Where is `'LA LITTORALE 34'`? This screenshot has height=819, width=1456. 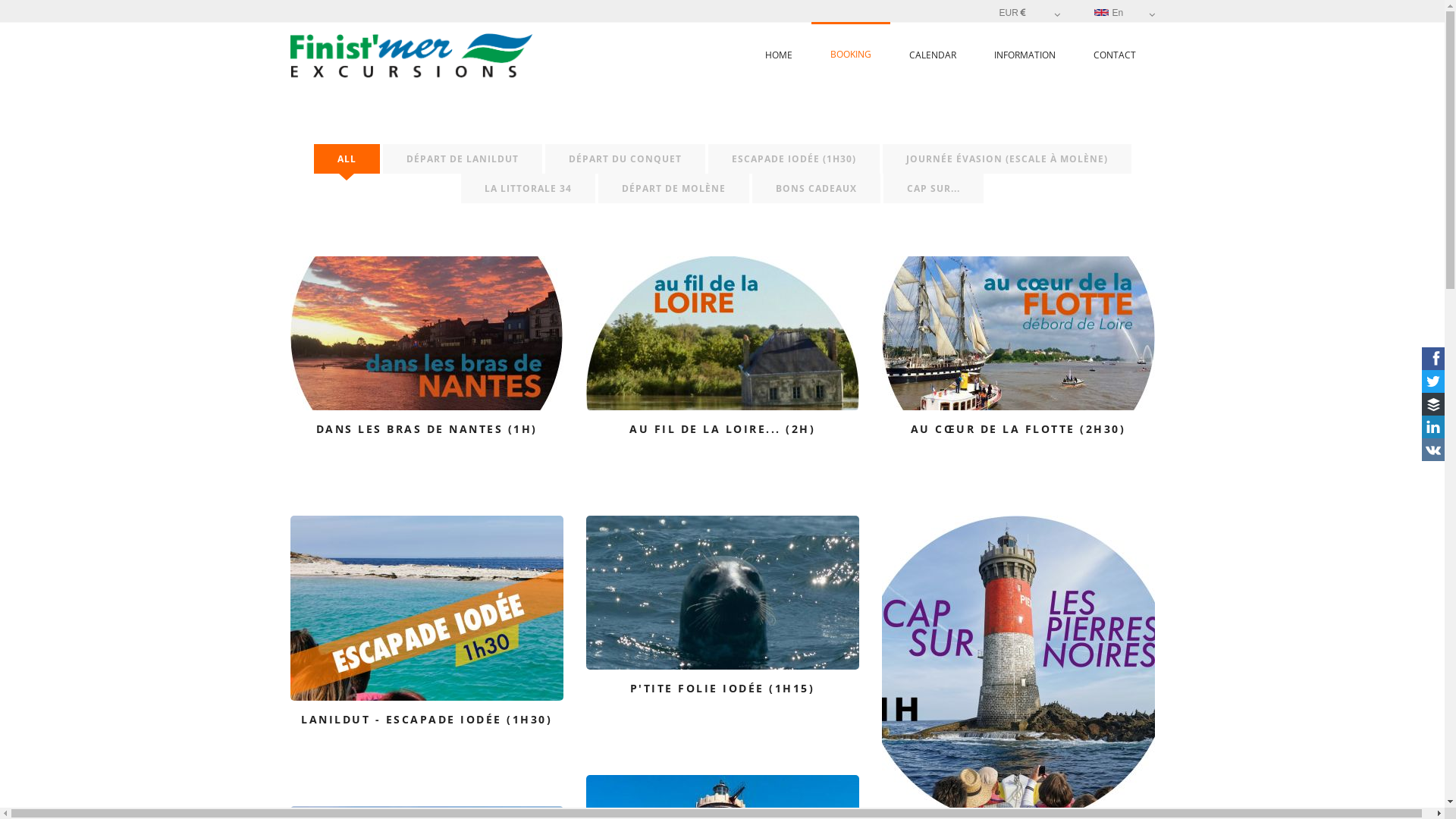 'LA LITTORALE 34' is located at coordinates (528, 187).